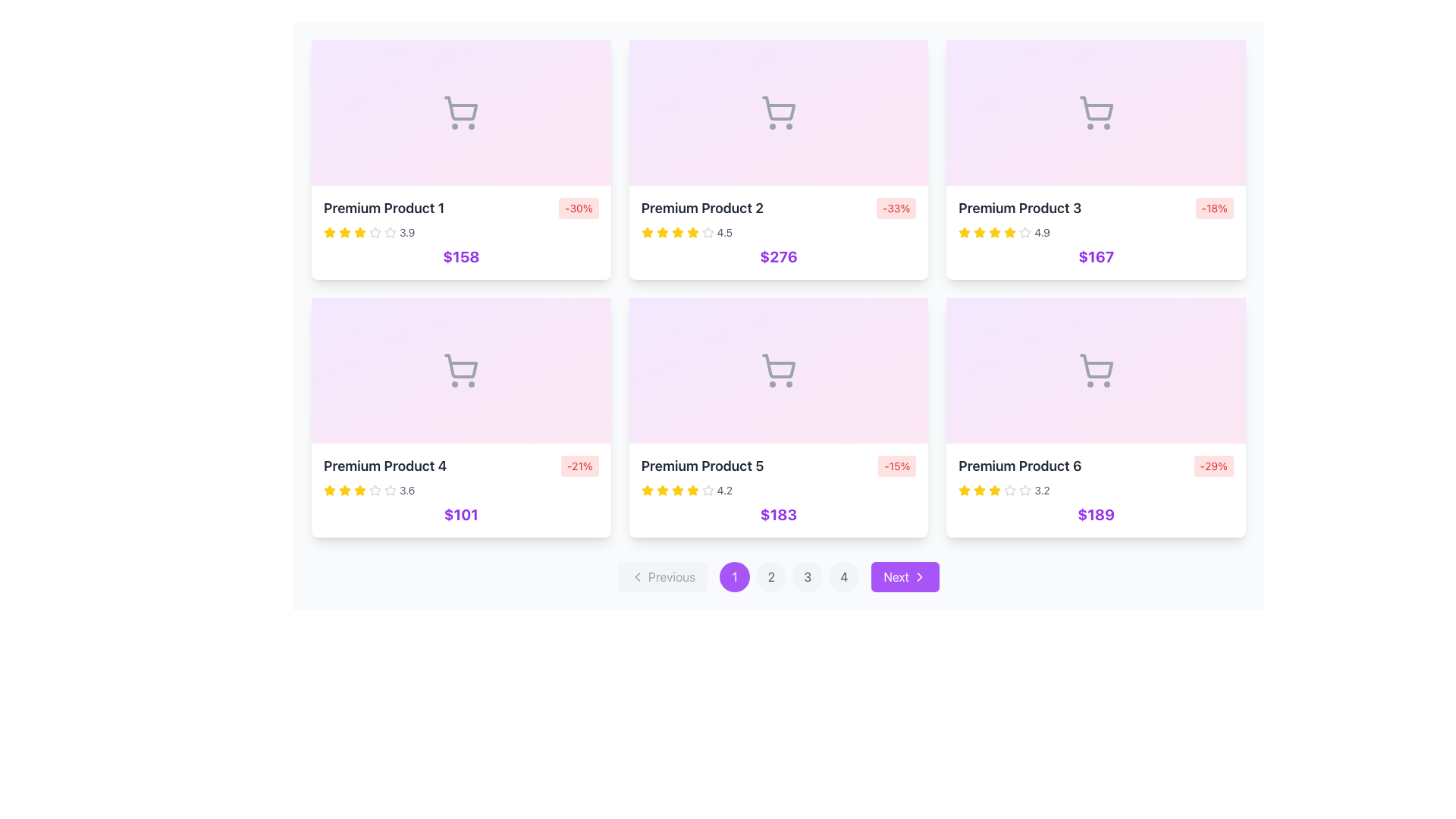  What do you see at coordinates (964, 233) in the screenshot?
I see `the first star icon representing the rating for the 'Premium Product 3' card, which is located in the second row and second column of the product grid, to the left of the text '4.9'` at bounding box center [964, 233].